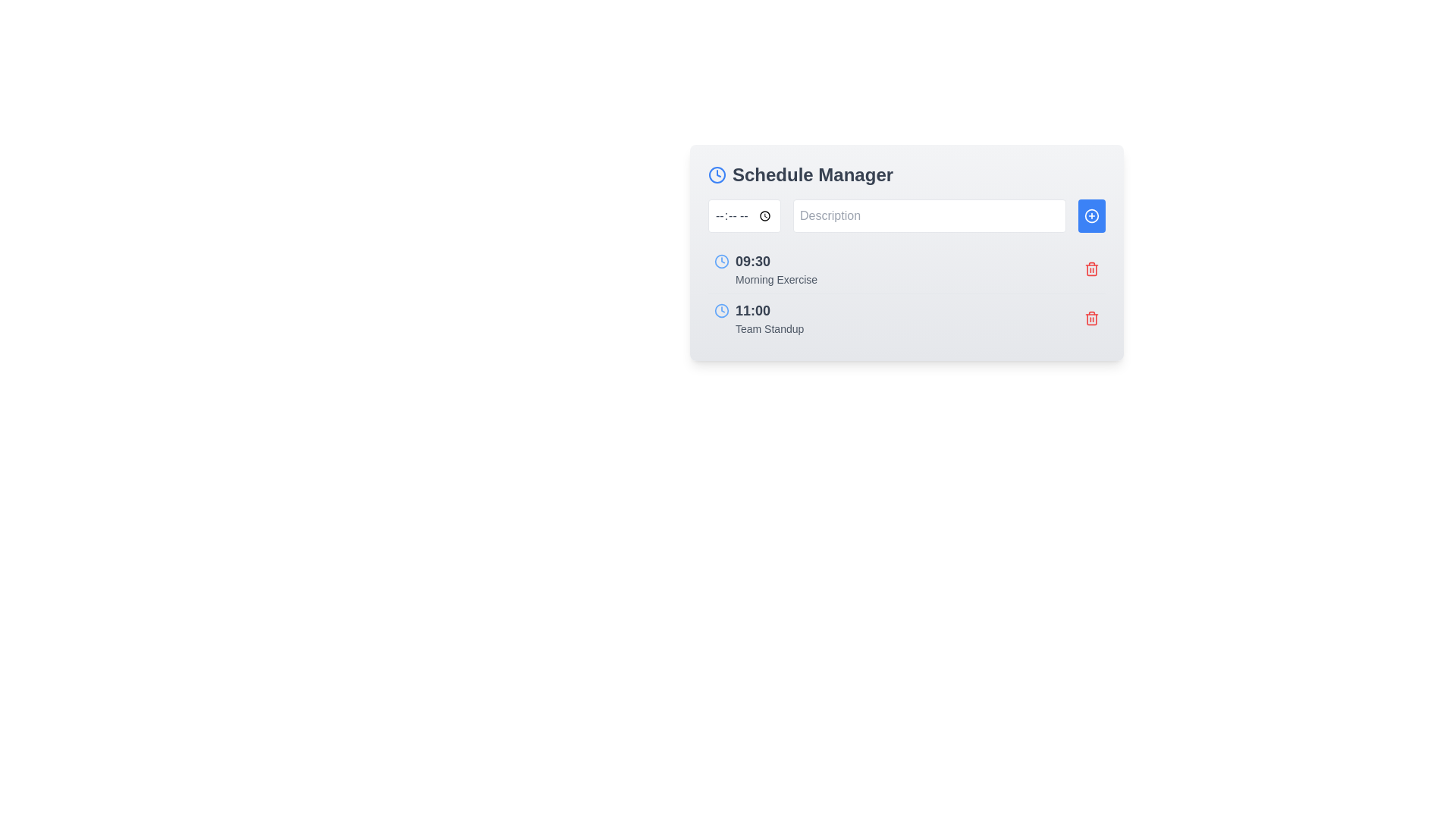 The width and height of the screenshot is (1456, 819). Describe the element at coordinates (720, 309) in the screenshot. I see `the clock-shaped icon with a blue circular outline located adjacent to the text '11:00' in the 'Schedule Manager' card layout` at that location.